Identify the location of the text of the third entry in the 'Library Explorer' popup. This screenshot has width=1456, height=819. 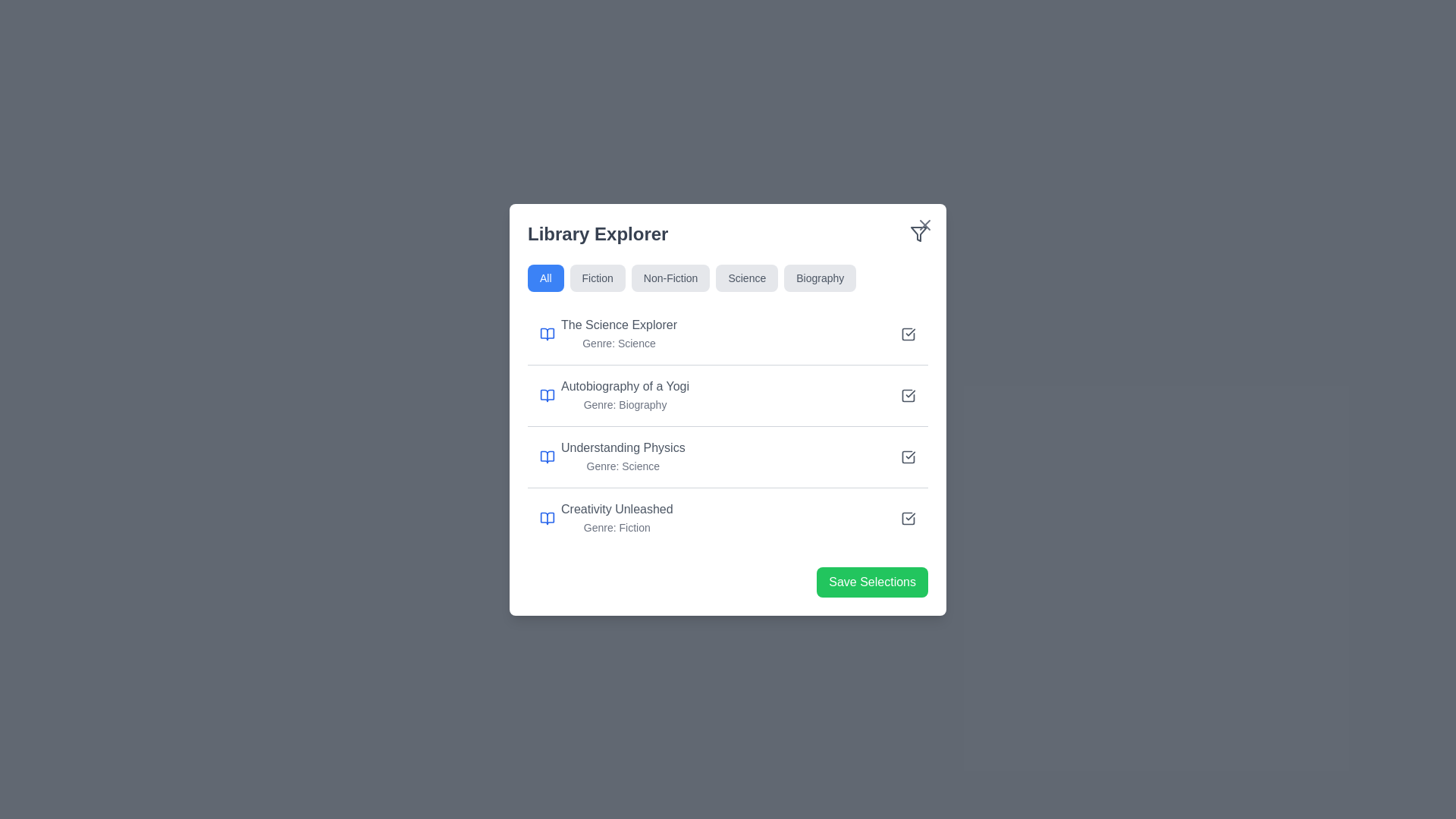
(612, 456).